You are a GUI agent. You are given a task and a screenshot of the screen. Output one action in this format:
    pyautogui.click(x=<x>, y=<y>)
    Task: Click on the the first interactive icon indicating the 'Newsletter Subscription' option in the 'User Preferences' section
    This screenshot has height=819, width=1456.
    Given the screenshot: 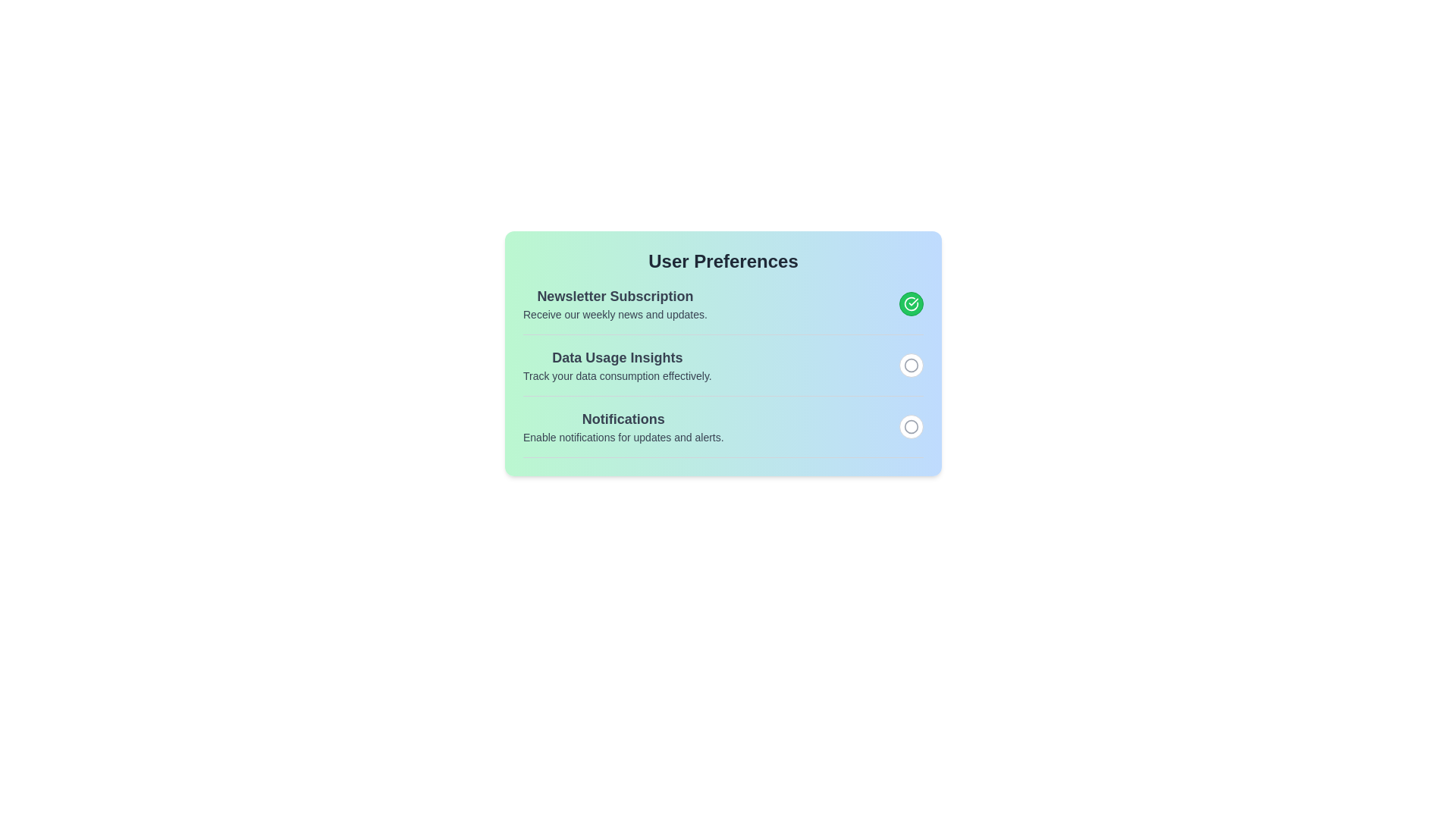 What is the action you would take?
    pyautogui.click(x=910, y=304)
    